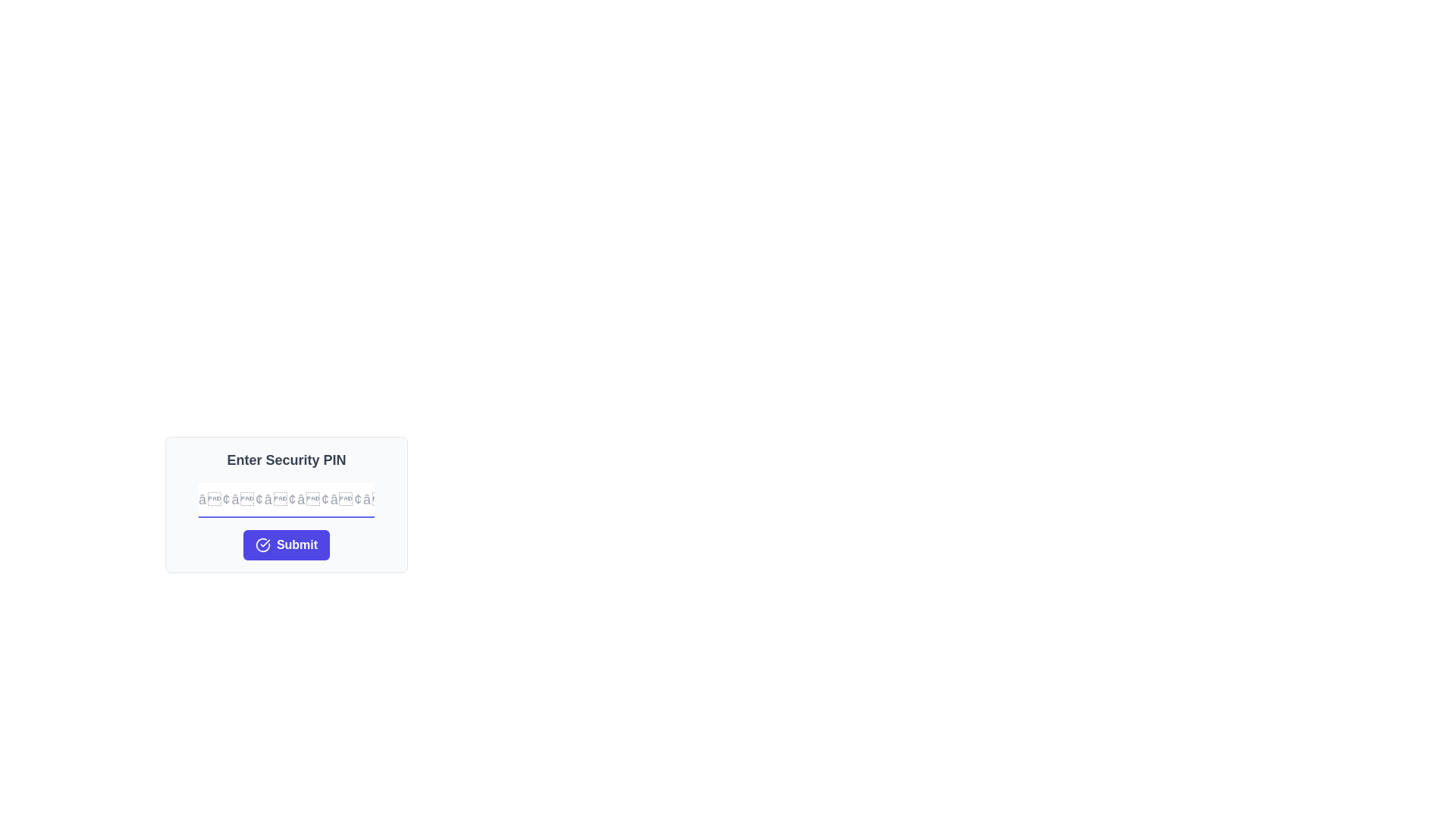 This screenshot has width=1456, height=819. What do you see at coordinates (287, 459) in the screenshot?
I see `the Text Label that indicates the purpose of the form for entering a security PIN, which is centrally positioned at the top of the dialog box` at bounding box center [287, 459].